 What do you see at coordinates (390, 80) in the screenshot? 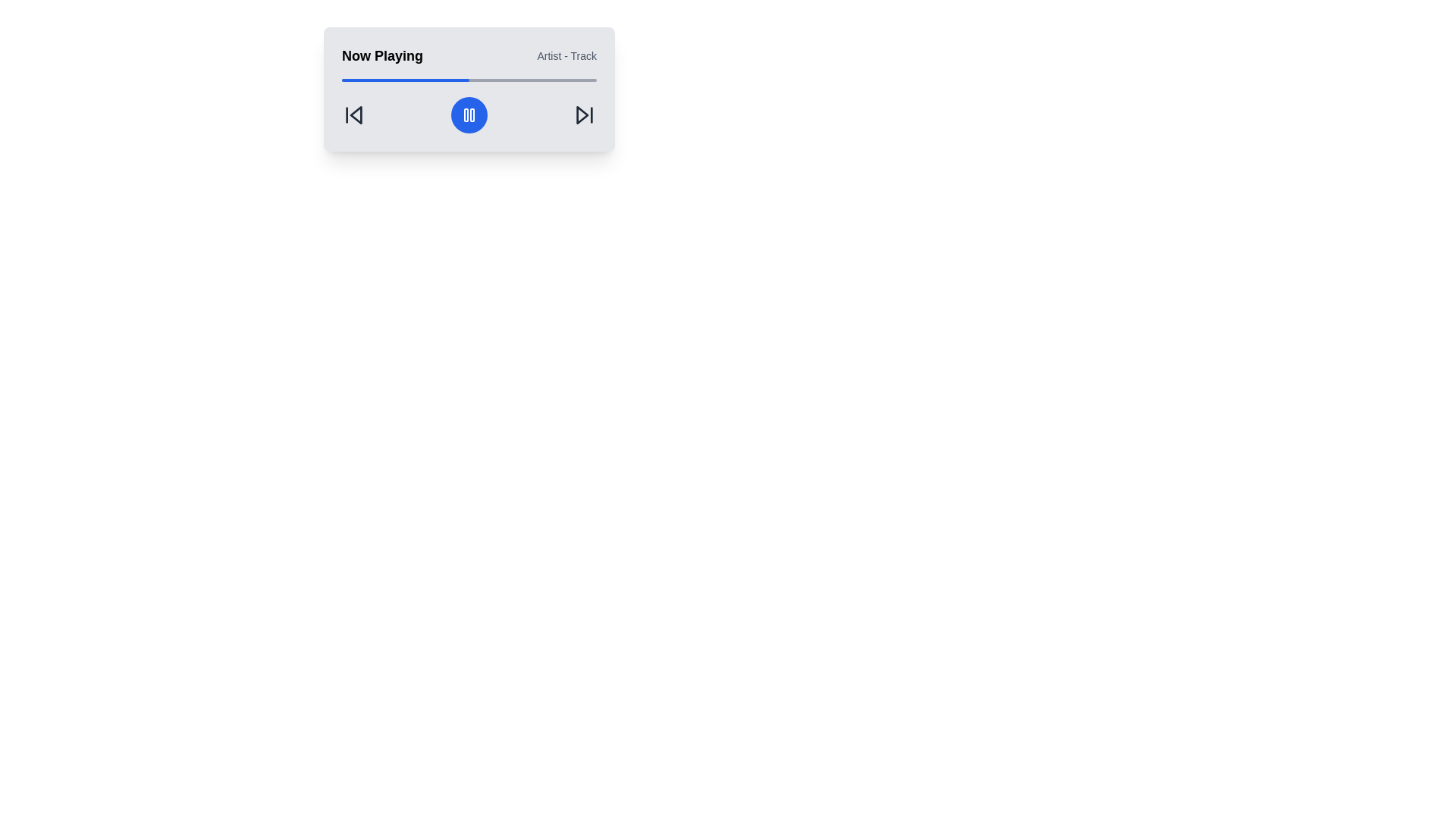
I see `the progress of the bar` at bounding box center [390, 80].